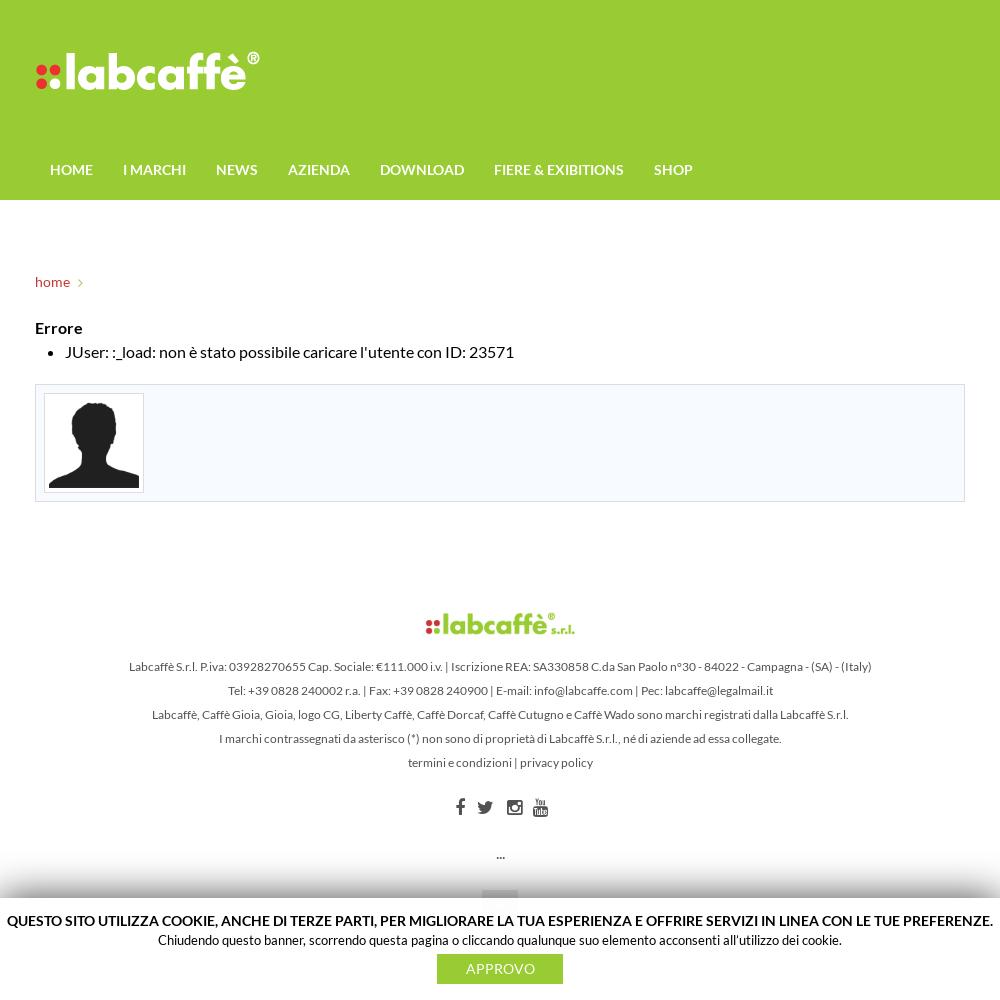 This screenshot has width=1000, height=1000. I want to click on 'HOME', so click(70, 169).